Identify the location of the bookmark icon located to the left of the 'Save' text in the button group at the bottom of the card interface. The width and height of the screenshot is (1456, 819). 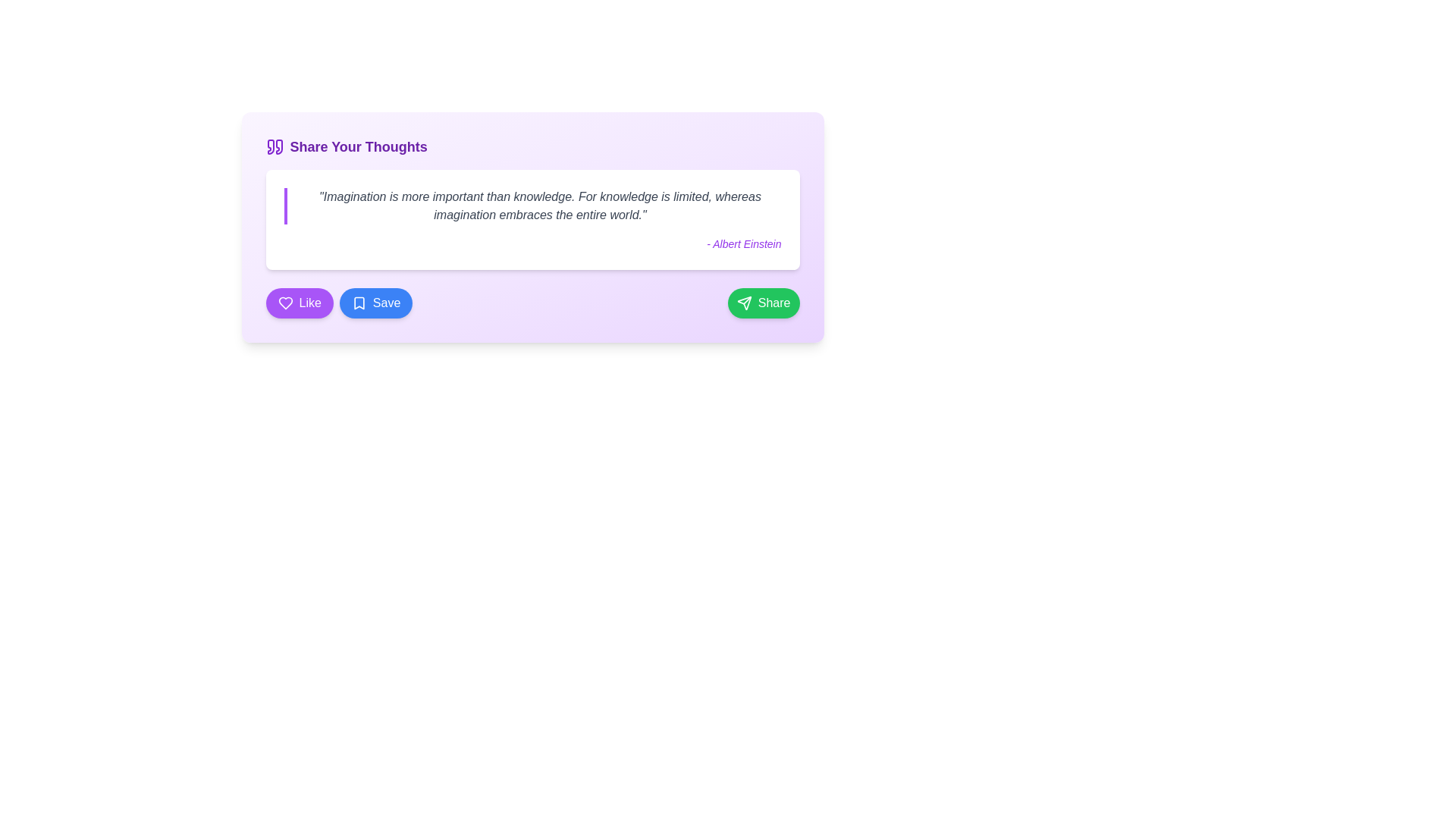
(358, 303).